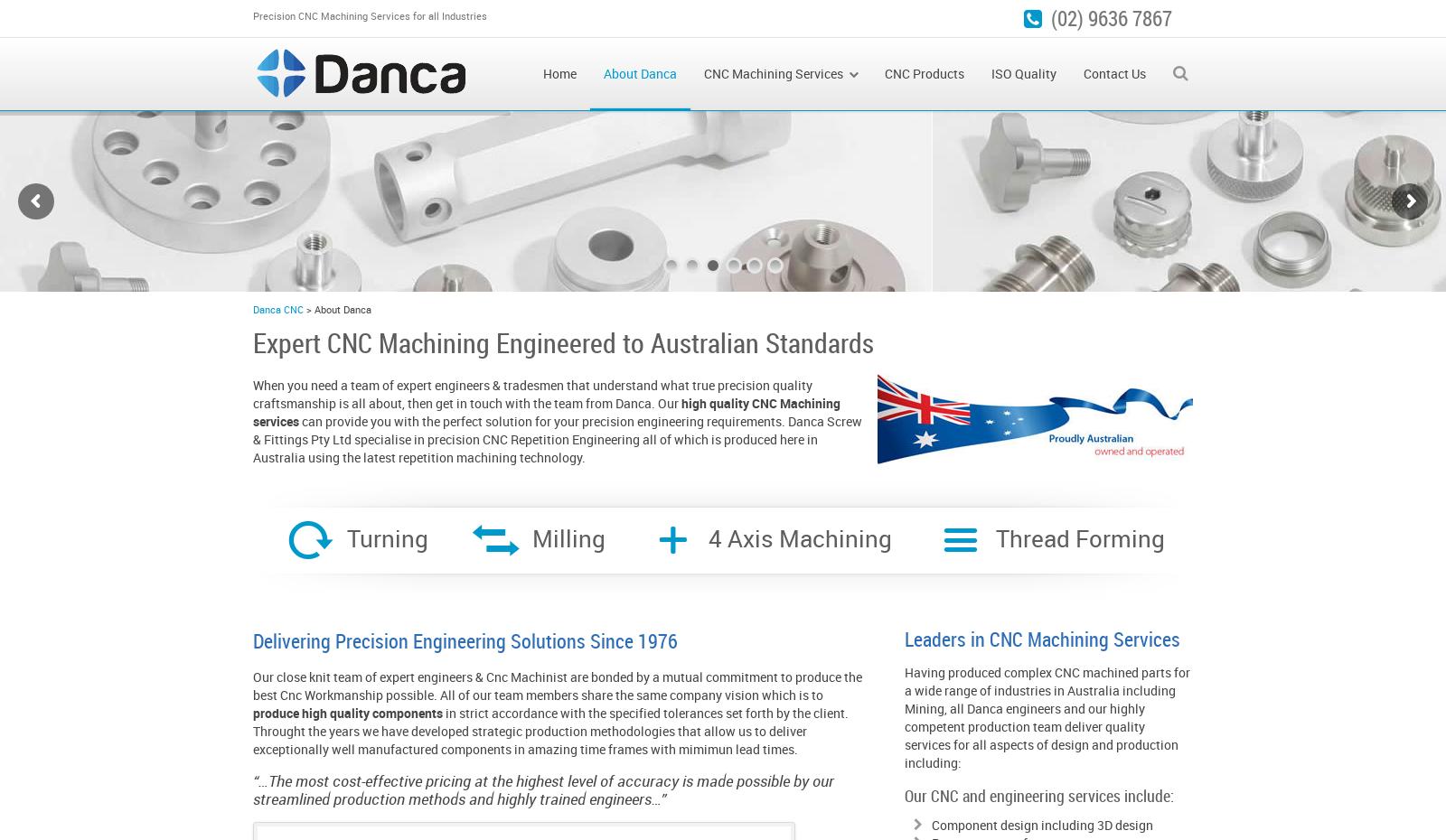 Image resolution: width=1446 pixels, height=840 pixels. I want to click on 'Our CNC and engineering services include:', so click(1039, 795).